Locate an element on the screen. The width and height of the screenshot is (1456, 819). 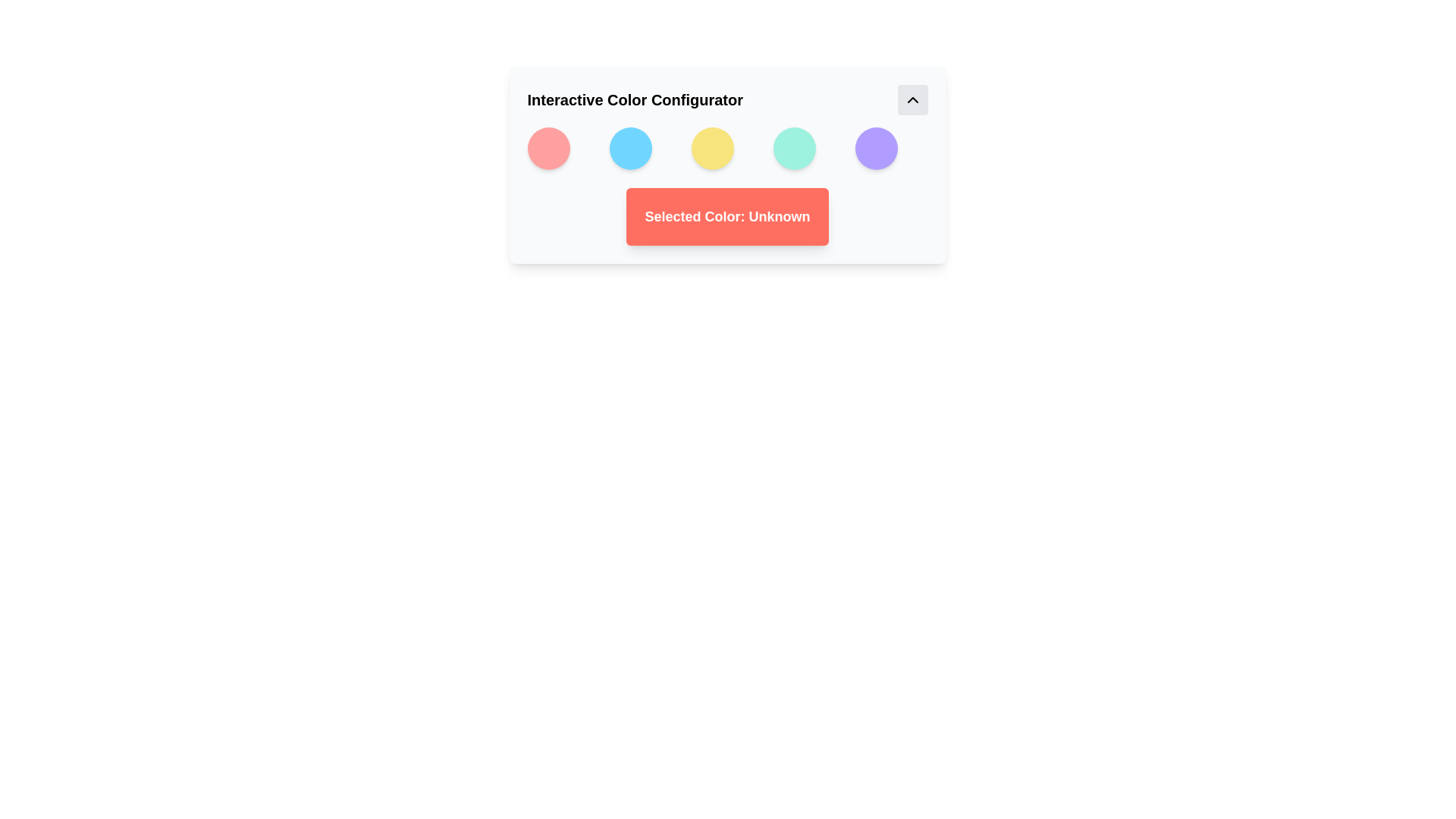
the display label showcasing the currently selected color in the color configurator that states 'Unknown.' is located at coordinates (726, 216).